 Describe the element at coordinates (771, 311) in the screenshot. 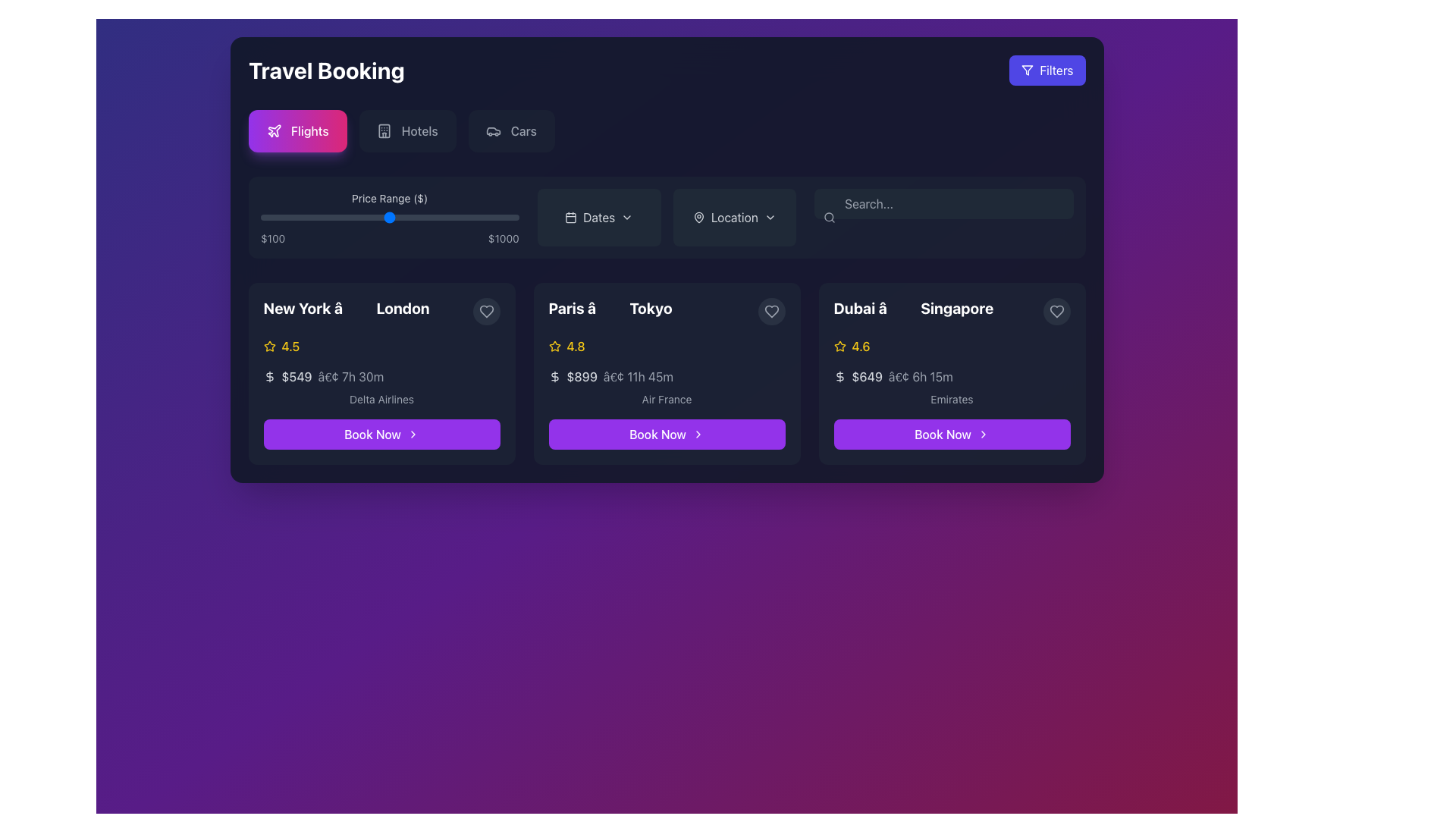

I see `the distinct heart-shaped icon located in the upper-right corner of the Paris-to-Tokyo travel option card` at that location.